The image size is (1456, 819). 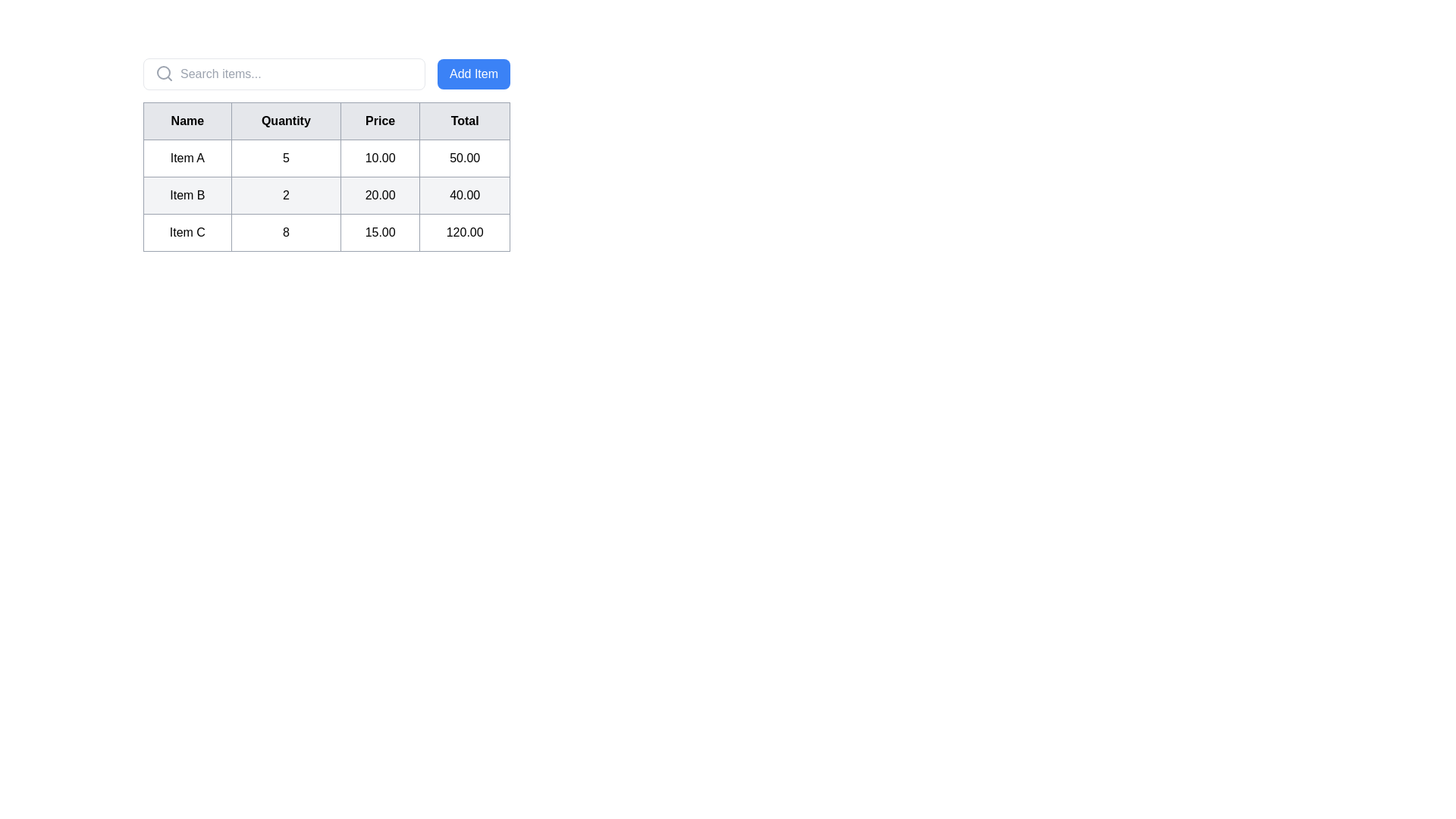 I want to click on the search box input field located next to the blue 'Add Item' button, so click(x=284, y=74).